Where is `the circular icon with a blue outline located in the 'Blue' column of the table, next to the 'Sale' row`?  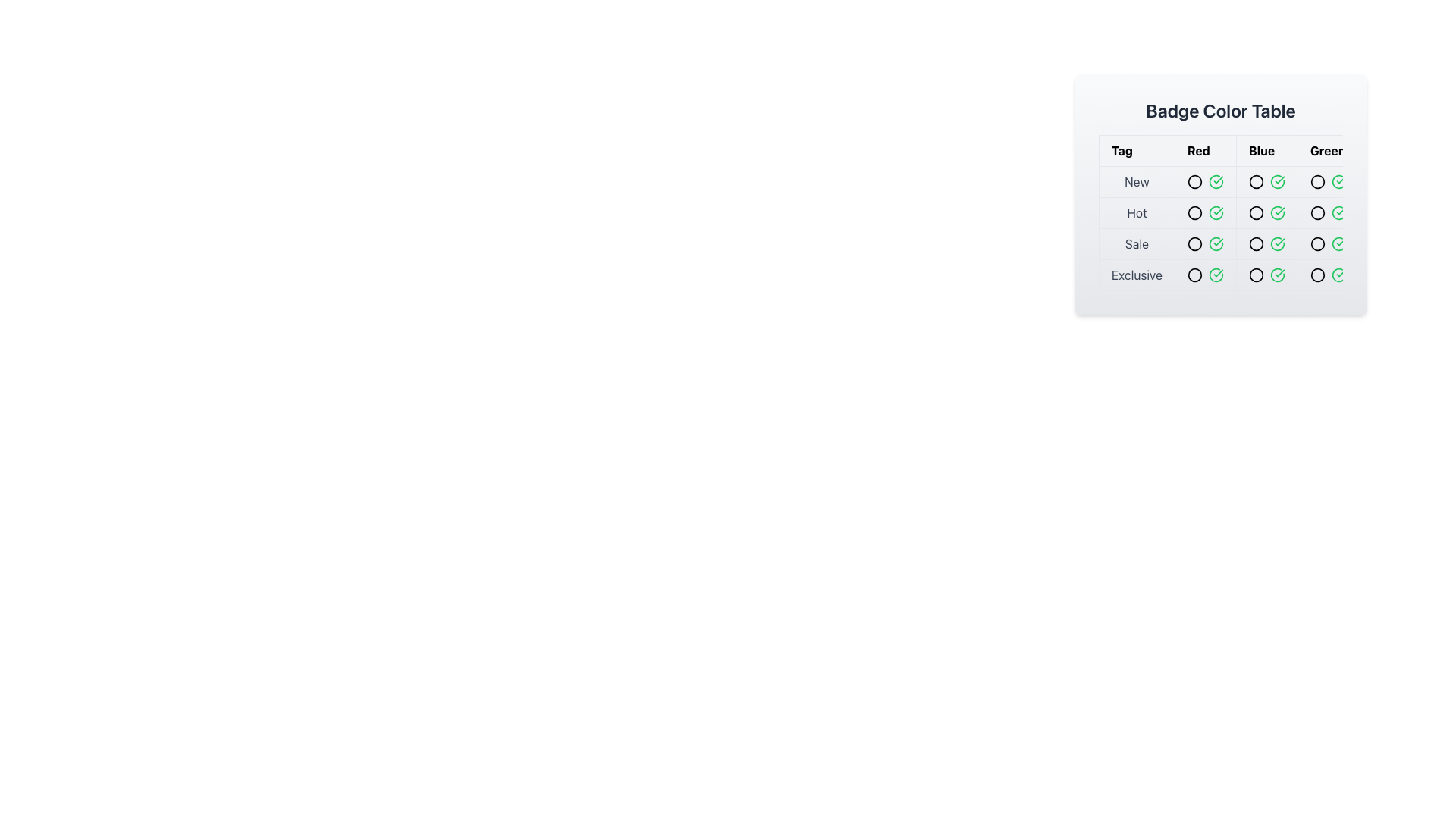
the circular icon with a blue outline located in the 'Blue' column of the table, next to the 'Sale' row is located at coordinates (1266, 243).